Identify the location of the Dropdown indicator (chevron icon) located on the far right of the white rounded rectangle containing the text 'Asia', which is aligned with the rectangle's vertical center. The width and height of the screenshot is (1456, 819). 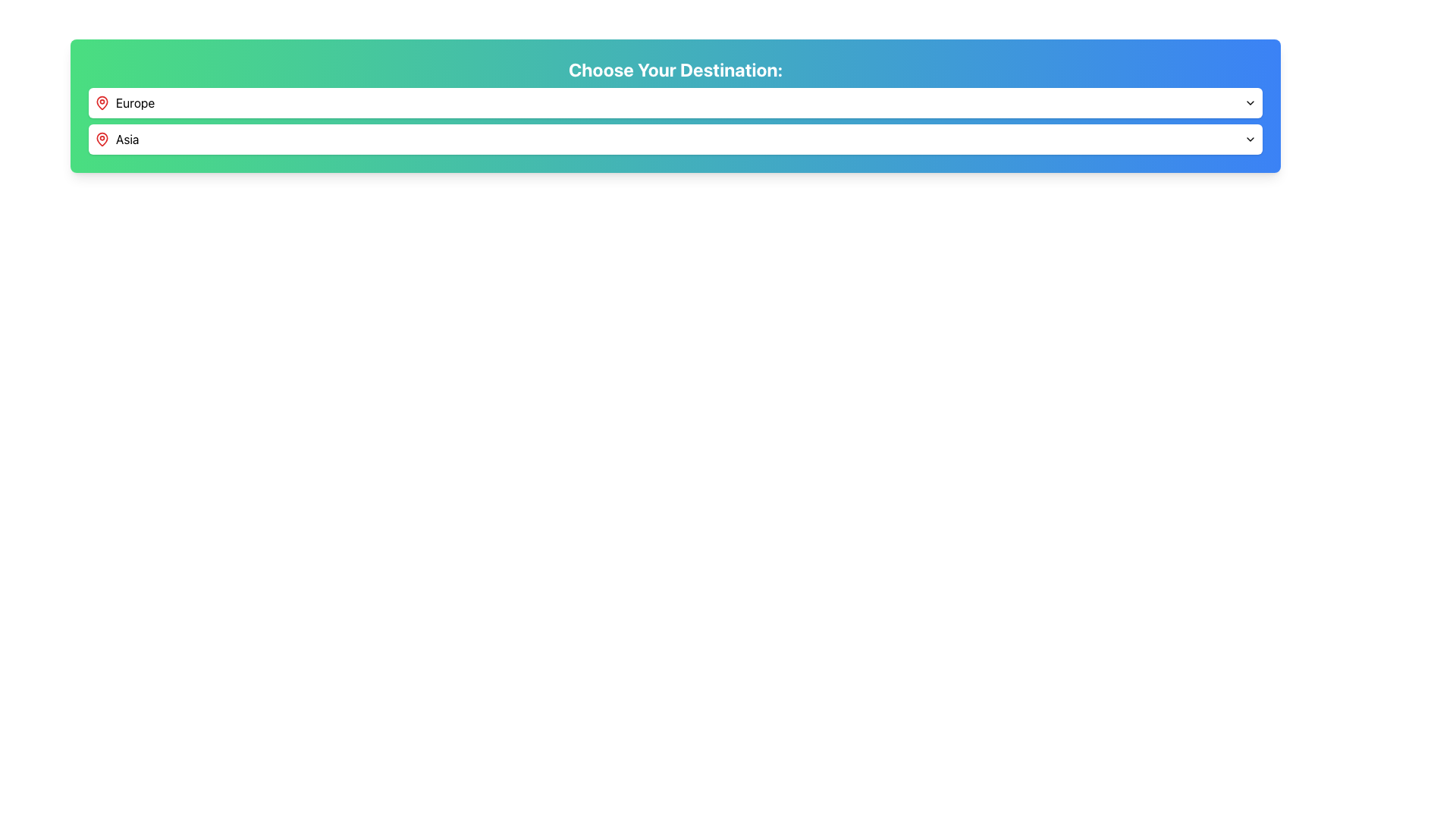
(1250, 140).